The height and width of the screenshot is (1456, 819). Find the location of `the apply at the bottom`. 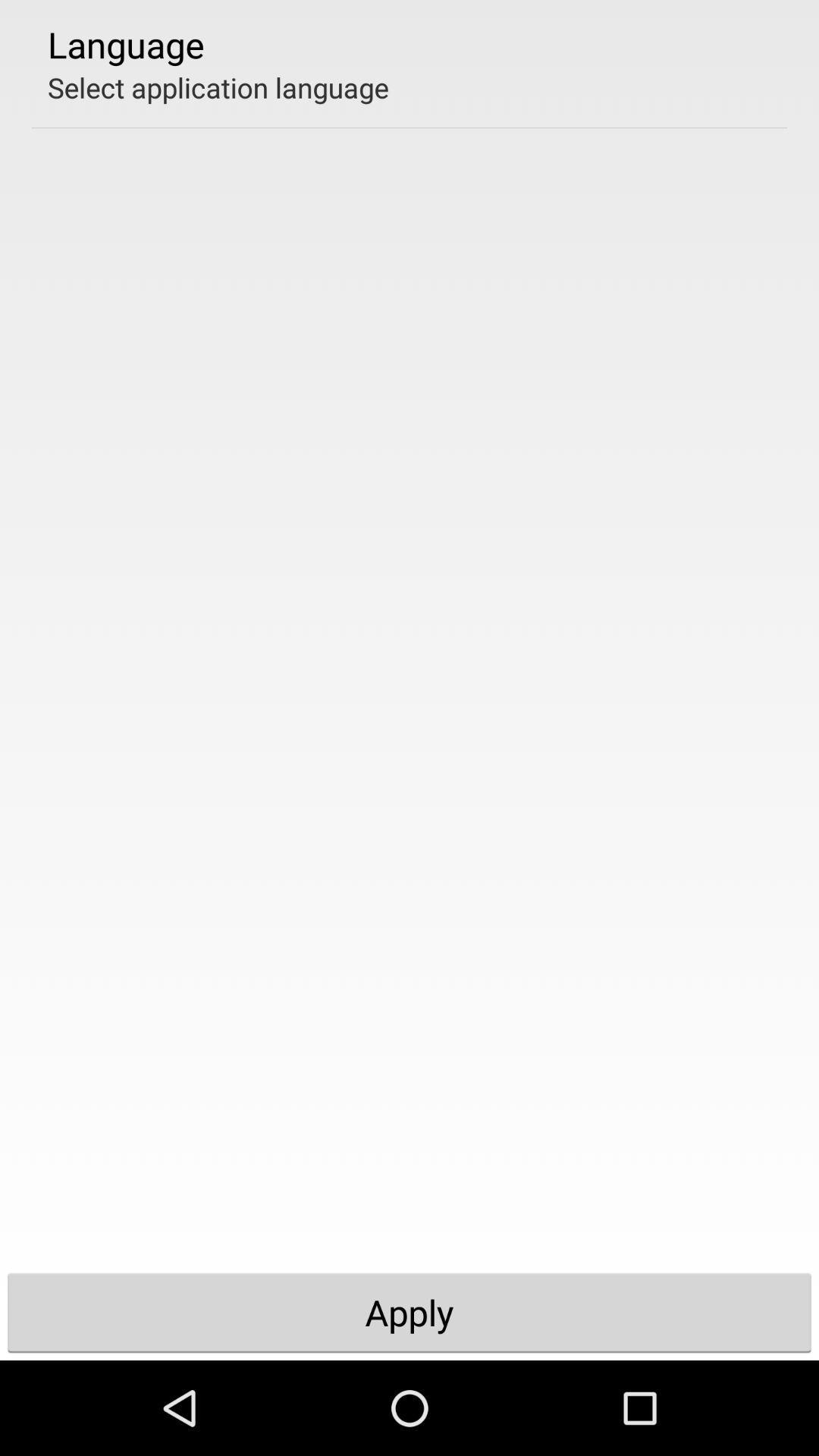

the apply at the bottom is located at coordinates (409, 1312).